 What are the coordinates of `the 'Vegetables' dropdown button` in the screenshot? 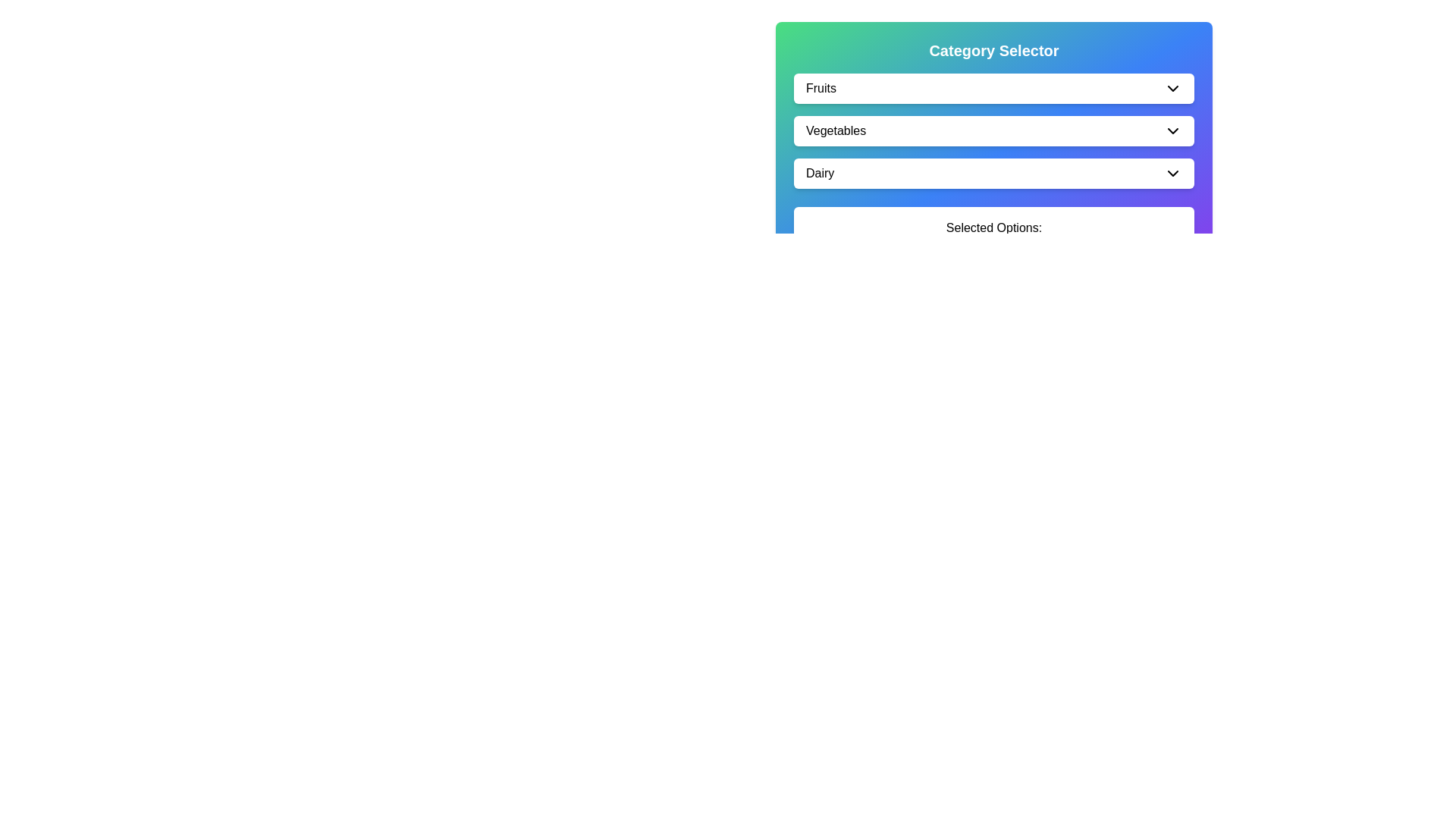 It's located at (993, 130).